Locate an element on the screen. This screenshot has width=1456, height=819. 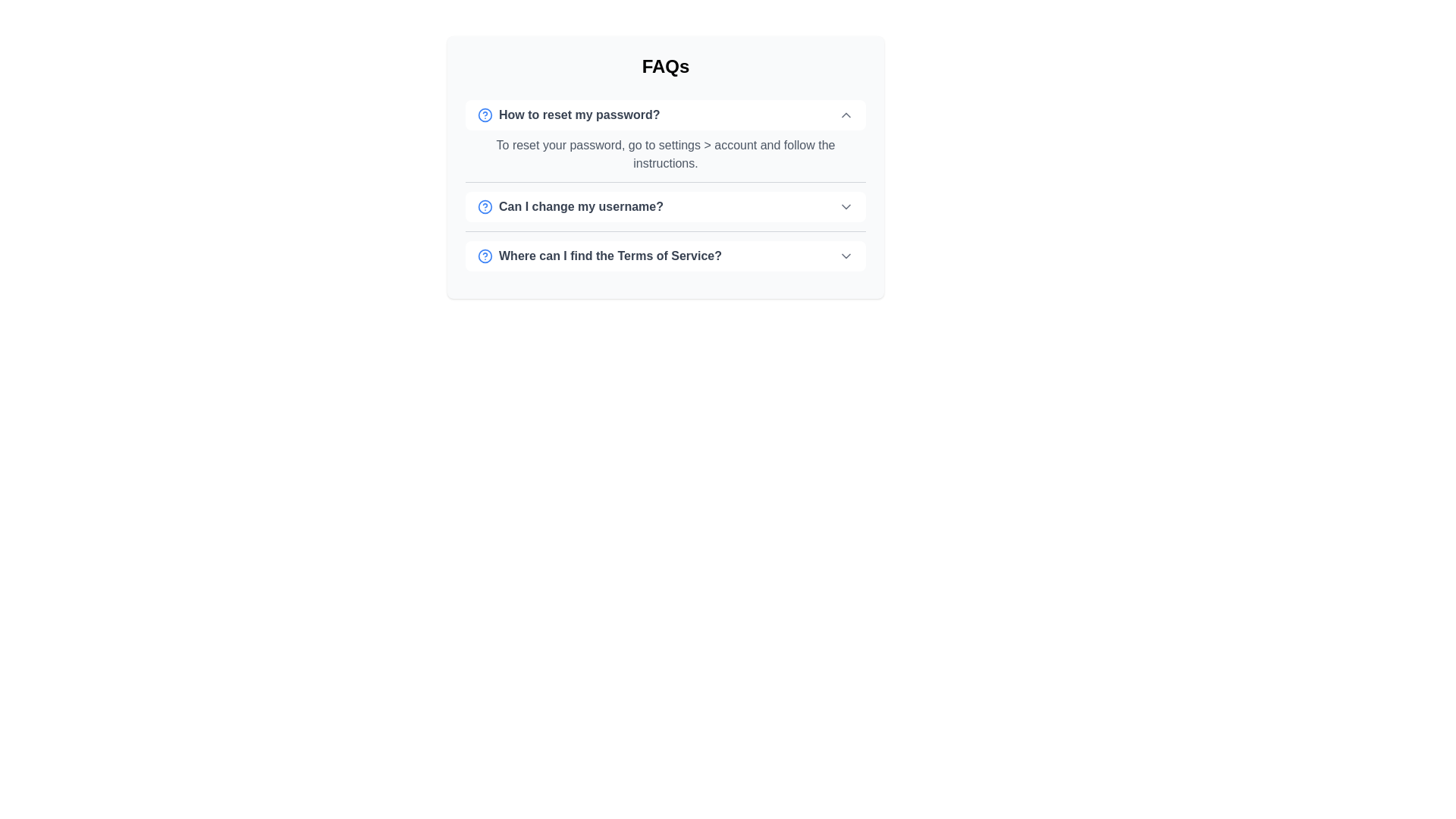
the help icon located to the left of the text 'Where can I find the Terms of Service?' in the third FAQ item is located at coordinates (484, 256).